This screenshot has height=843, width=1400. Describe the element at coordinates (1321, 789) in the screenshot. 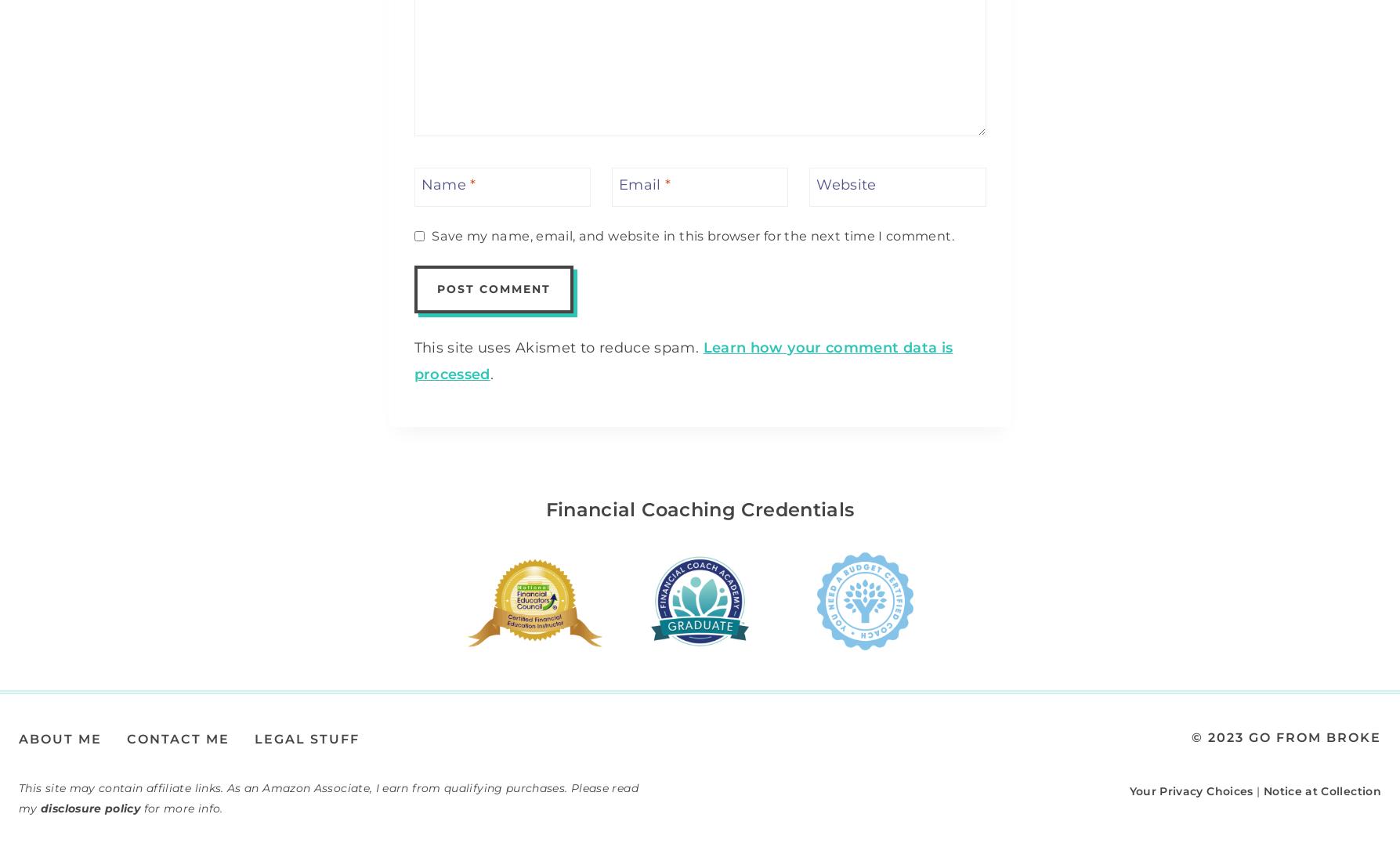

I see `'Notice at Collection'` at that location.